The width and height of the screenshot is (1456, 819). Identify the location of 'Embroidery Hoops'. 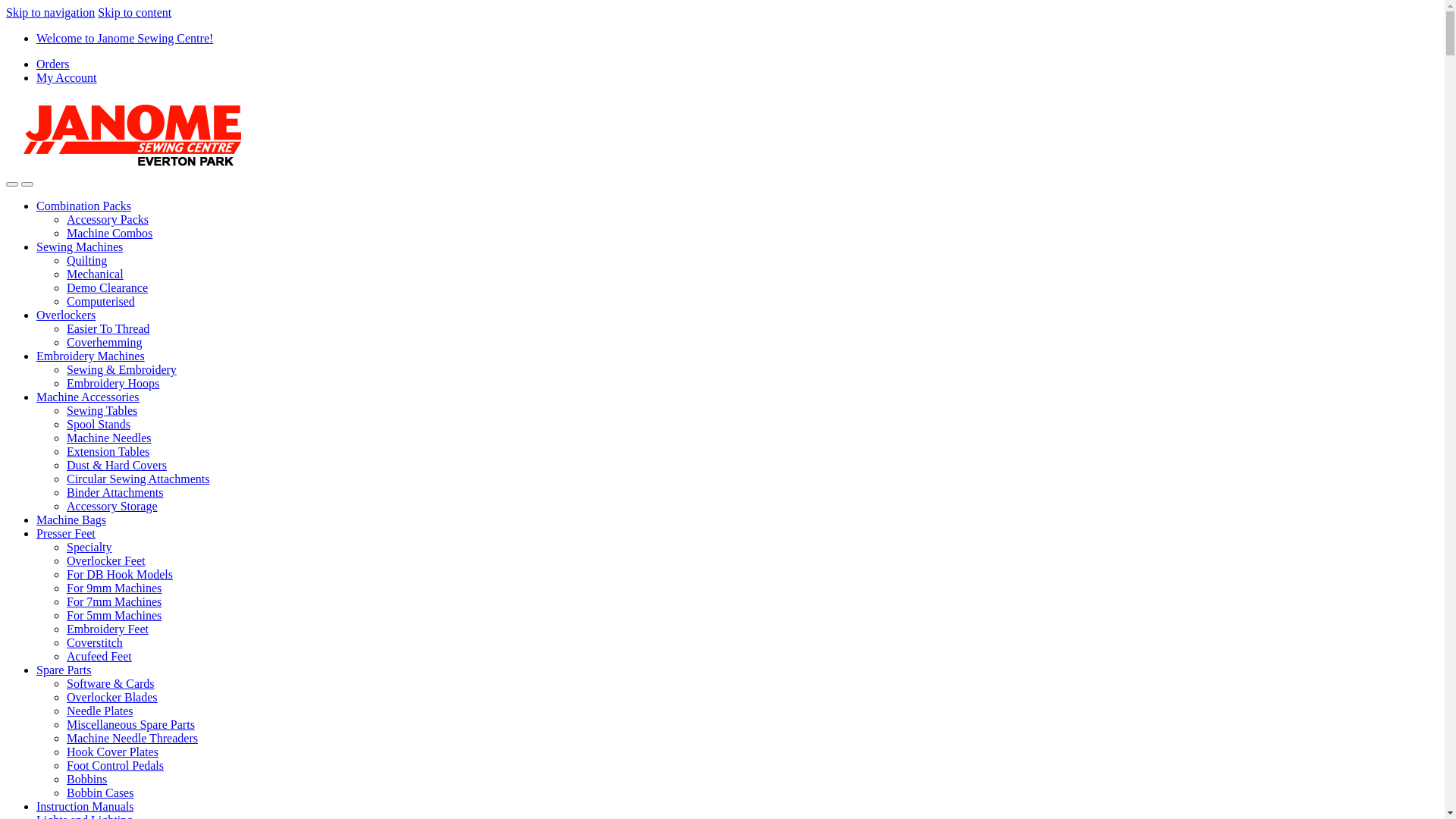
(65, 382).